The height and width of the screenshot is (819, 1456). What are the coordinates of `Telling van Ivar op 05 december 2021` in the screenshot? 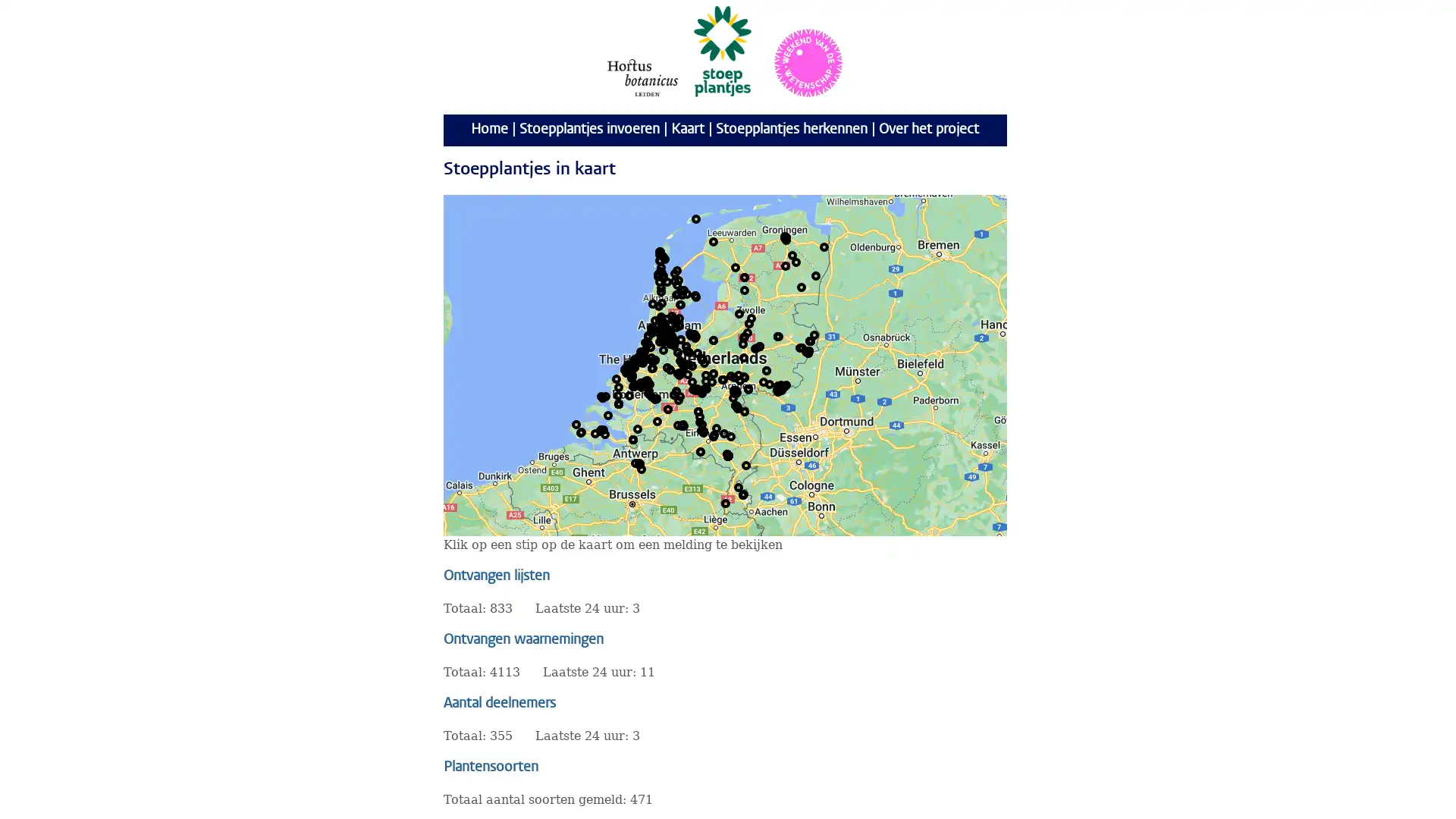 It's located at (738, 406).